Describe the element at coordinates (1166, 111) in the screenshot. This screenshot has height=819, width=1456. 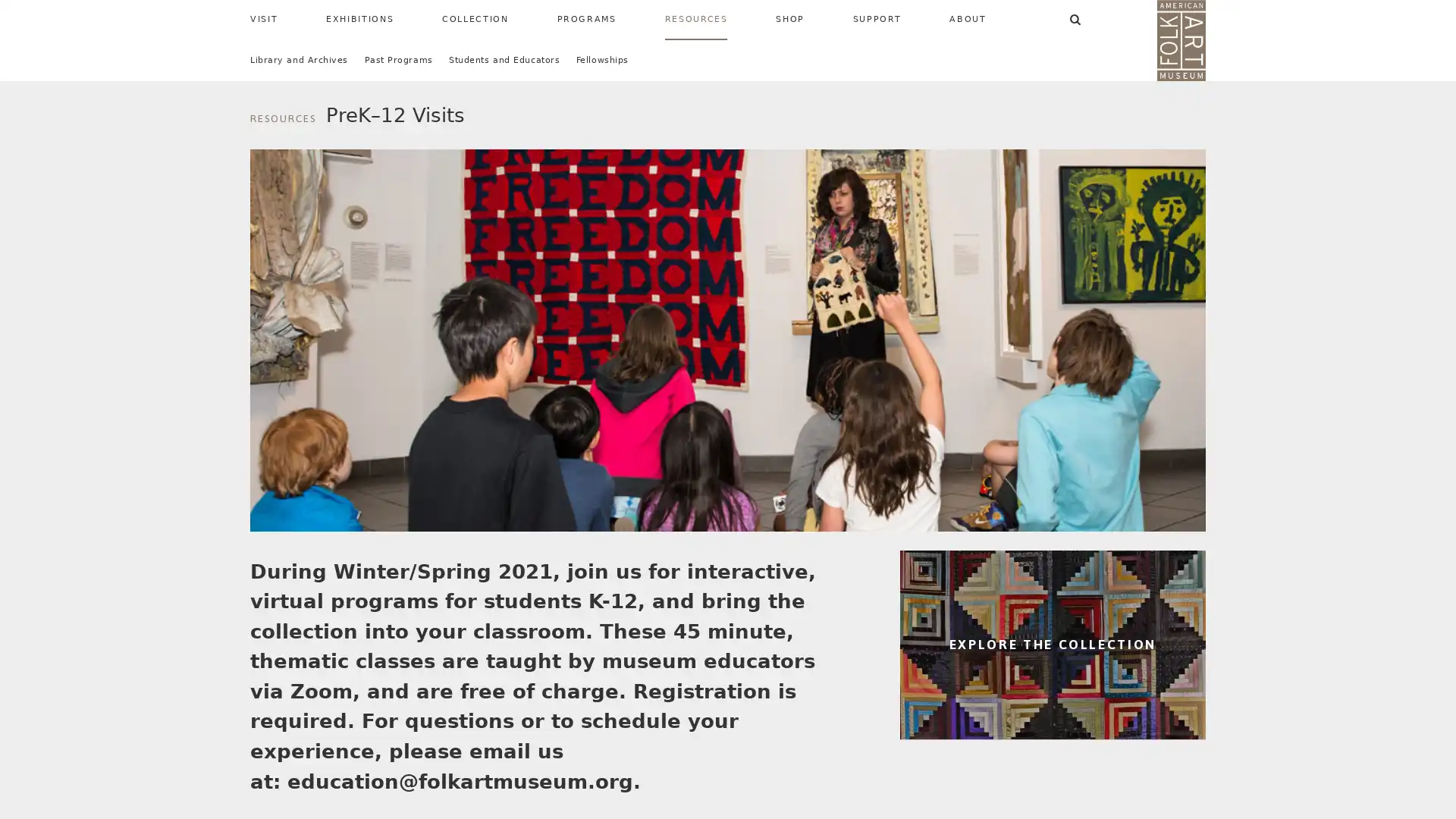
I see `SEARCH` at that location.